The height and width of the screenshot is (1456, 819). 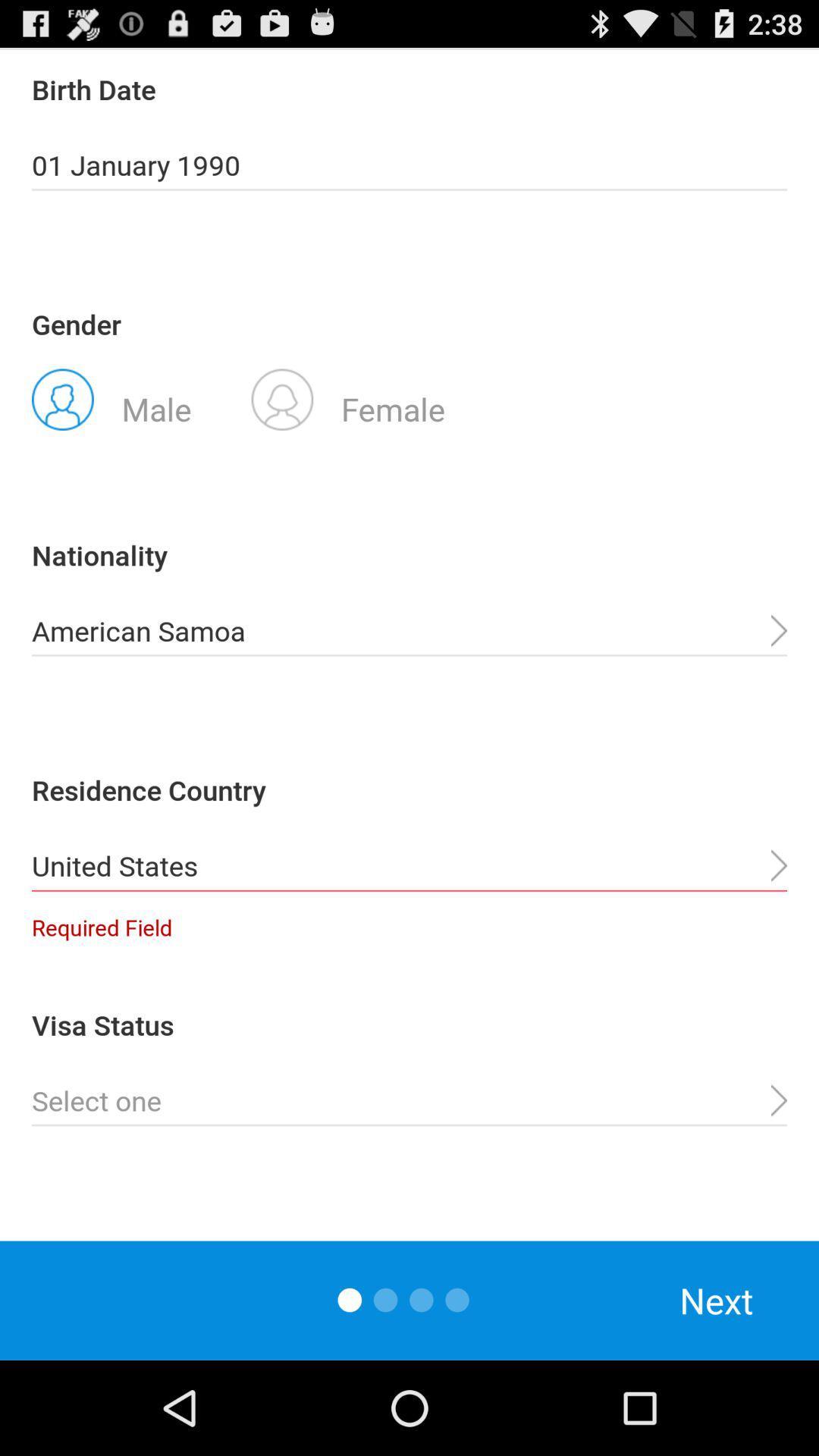 What do you see at coordinates (409, 165) in the screenshot?
I see `the 01 january 1990 icon` at bounding box center [409, 165].